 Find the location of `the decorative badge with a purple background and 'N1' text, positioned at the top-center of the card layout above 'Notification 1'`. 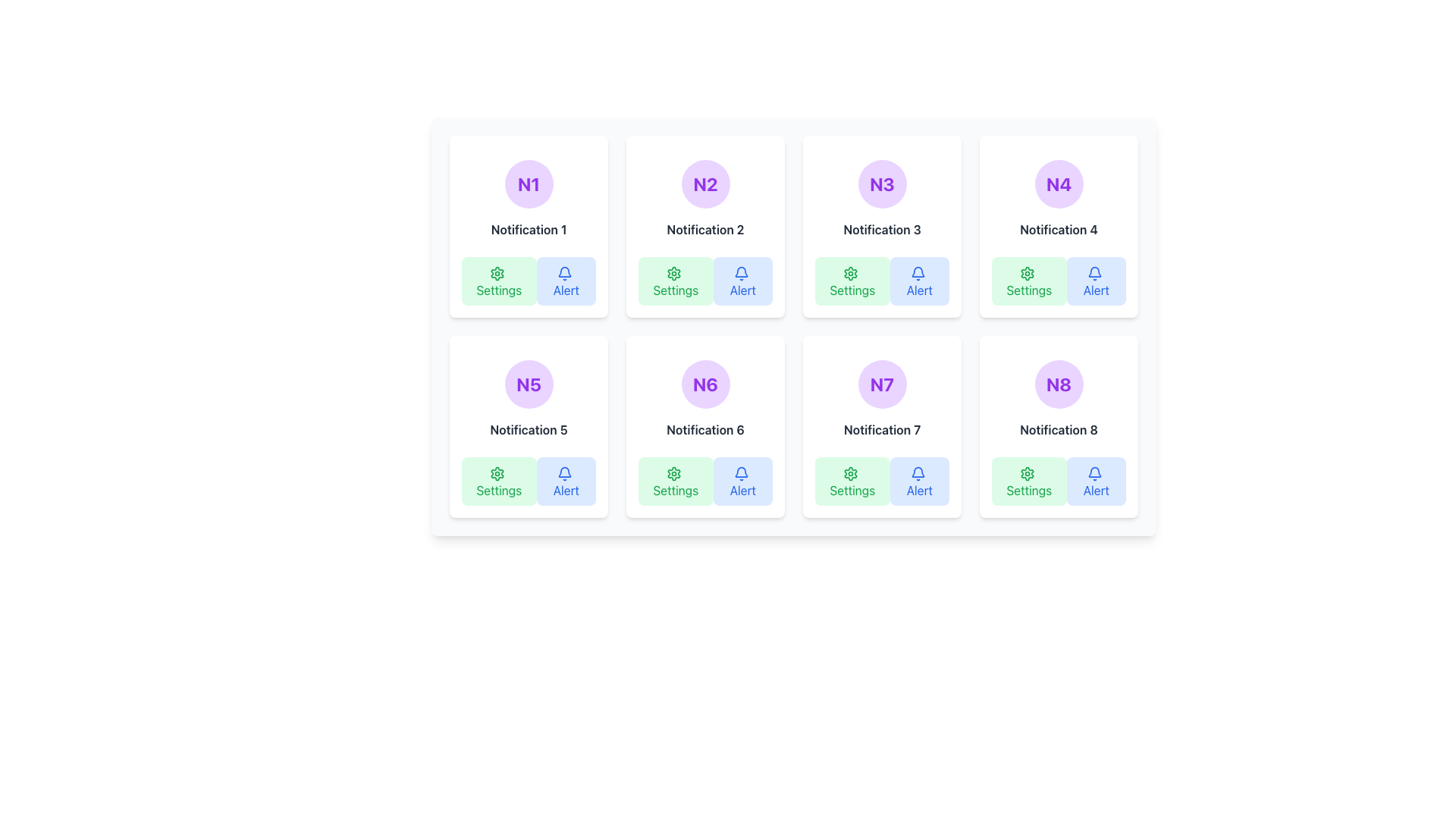

the decorative badge with a purple background and 'N1' text, positioned at the top-center of the card layout above 'Notification 1' is located at coordinates (529, 184).